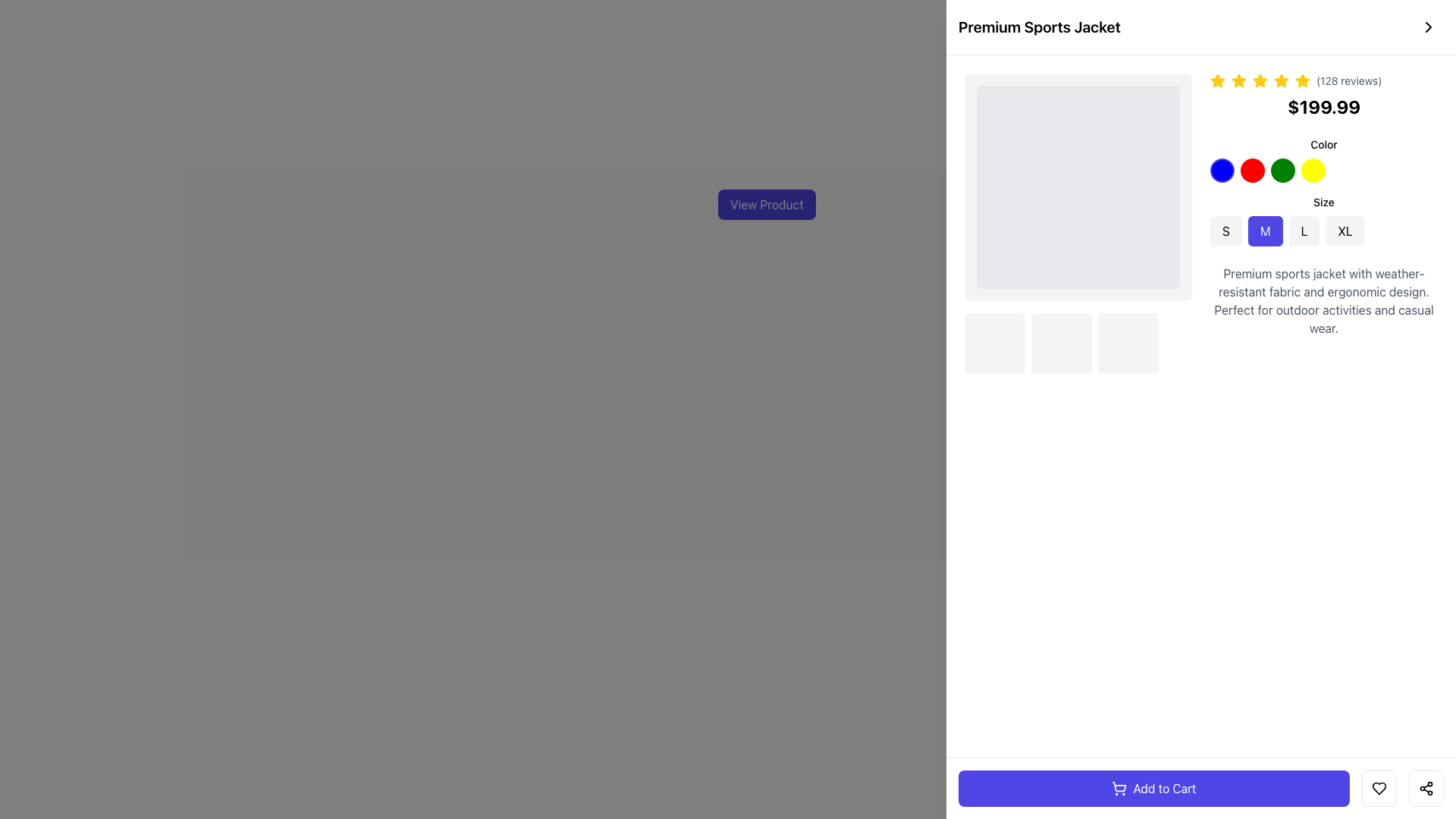  Describe the element at coordinates (1222, 170) in the screenshot. I see `the first circular color option button with a blue background` at that location.